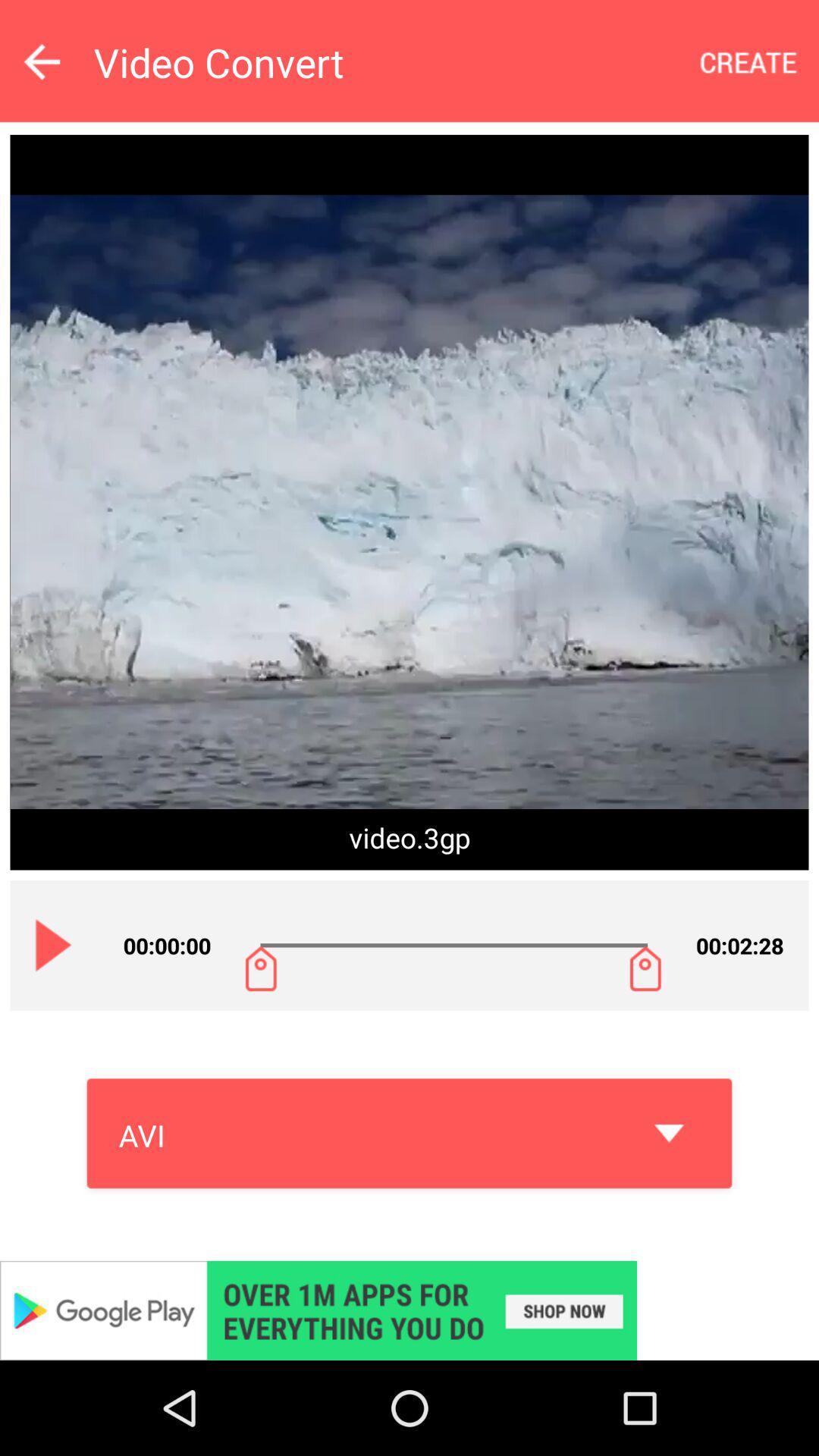 This screenshot has height=1456, width=819. What do you see at coordinates (409, 1310) in the screenshot?
I see `advertisements` at bounding box center [409, 1310].